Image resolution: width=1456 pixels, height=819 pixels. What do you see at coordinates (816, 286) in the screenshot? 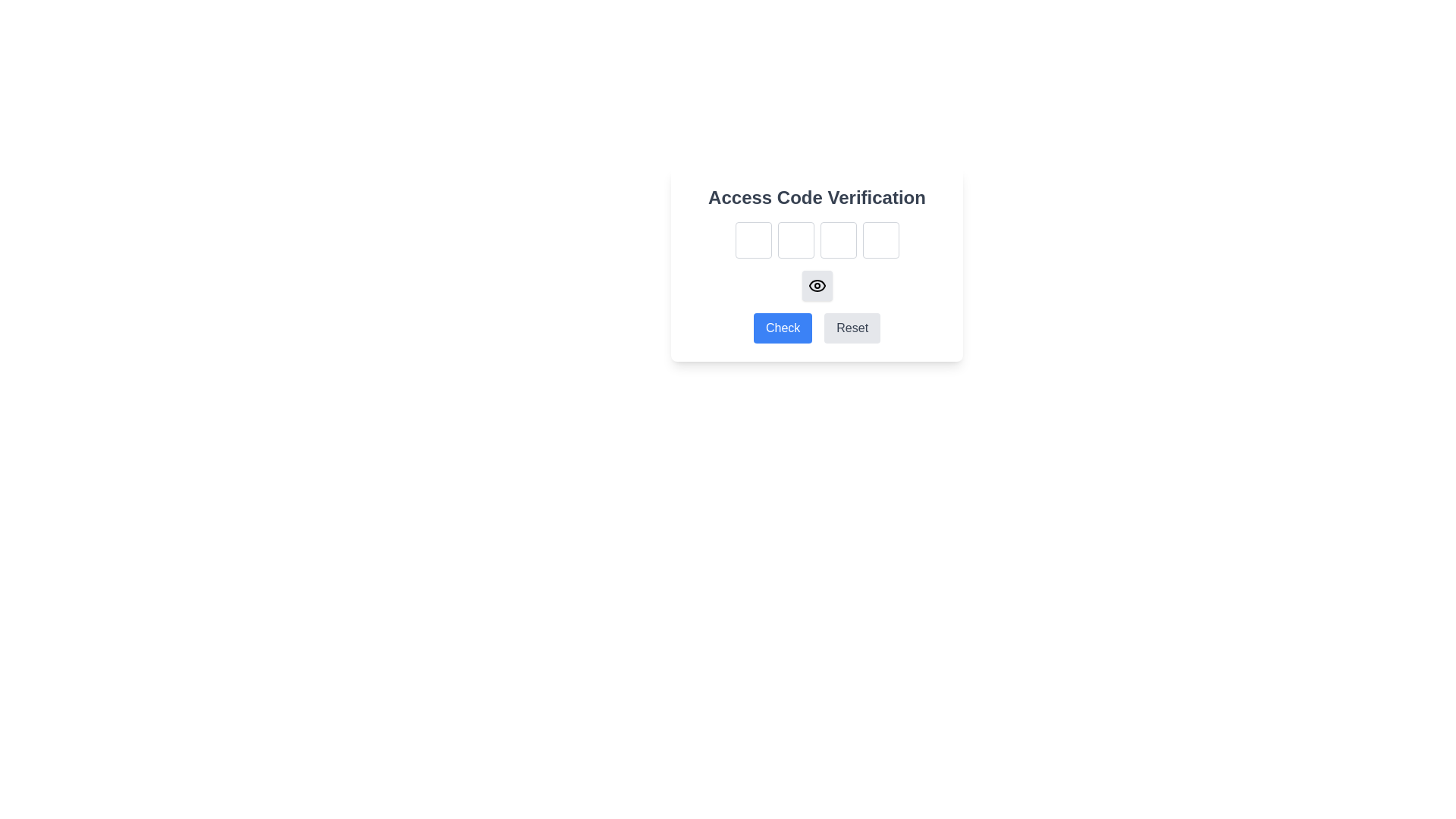
I see `the rounded, gray-colored button with a shadow effect containing an eye icon` at bounding box center [816, 286].